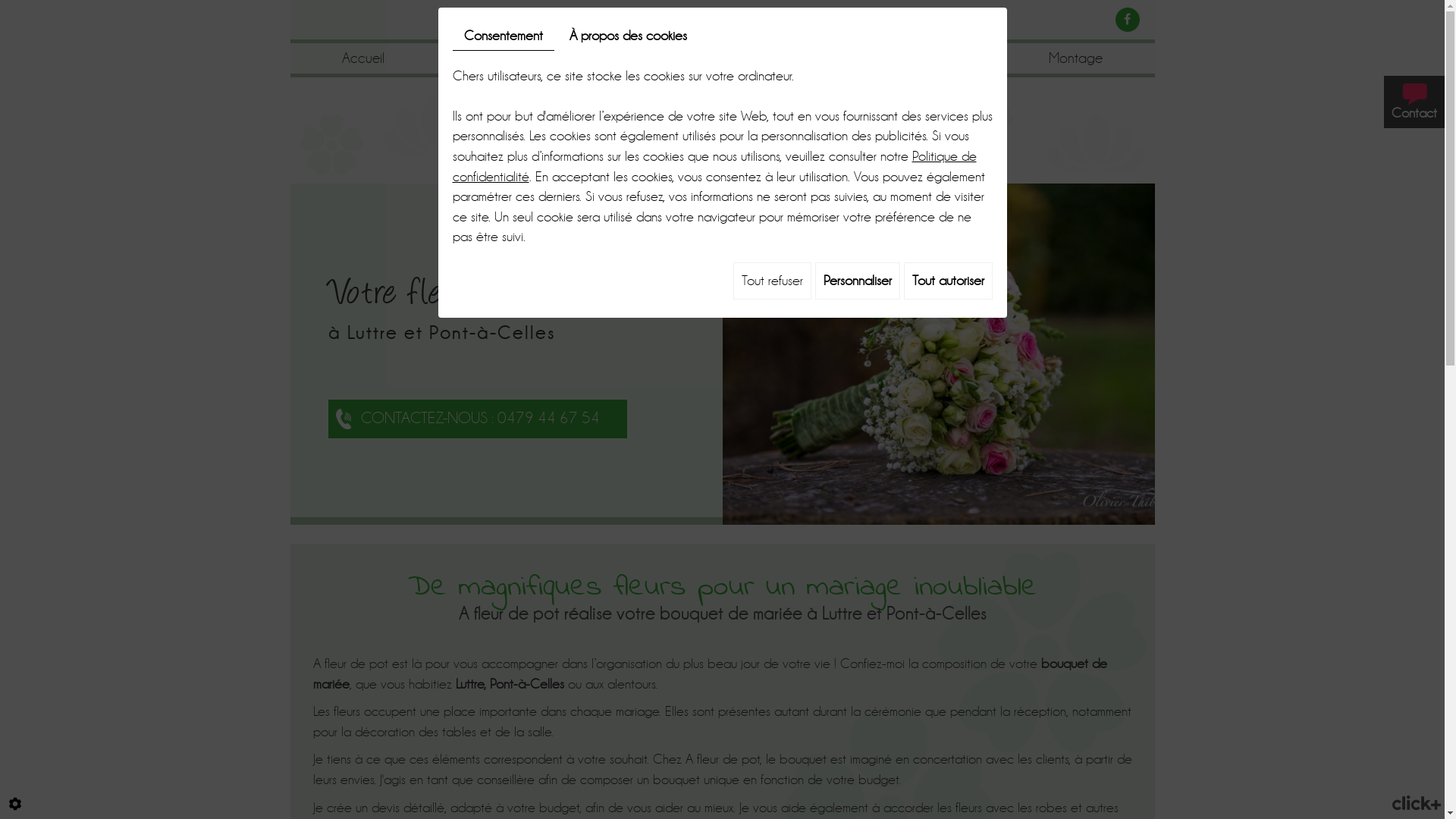 The image size is (1456, 819). Describe the element at coordinates (903, 281) in the screenshot. I see `'Tout autoriser'` at that location.